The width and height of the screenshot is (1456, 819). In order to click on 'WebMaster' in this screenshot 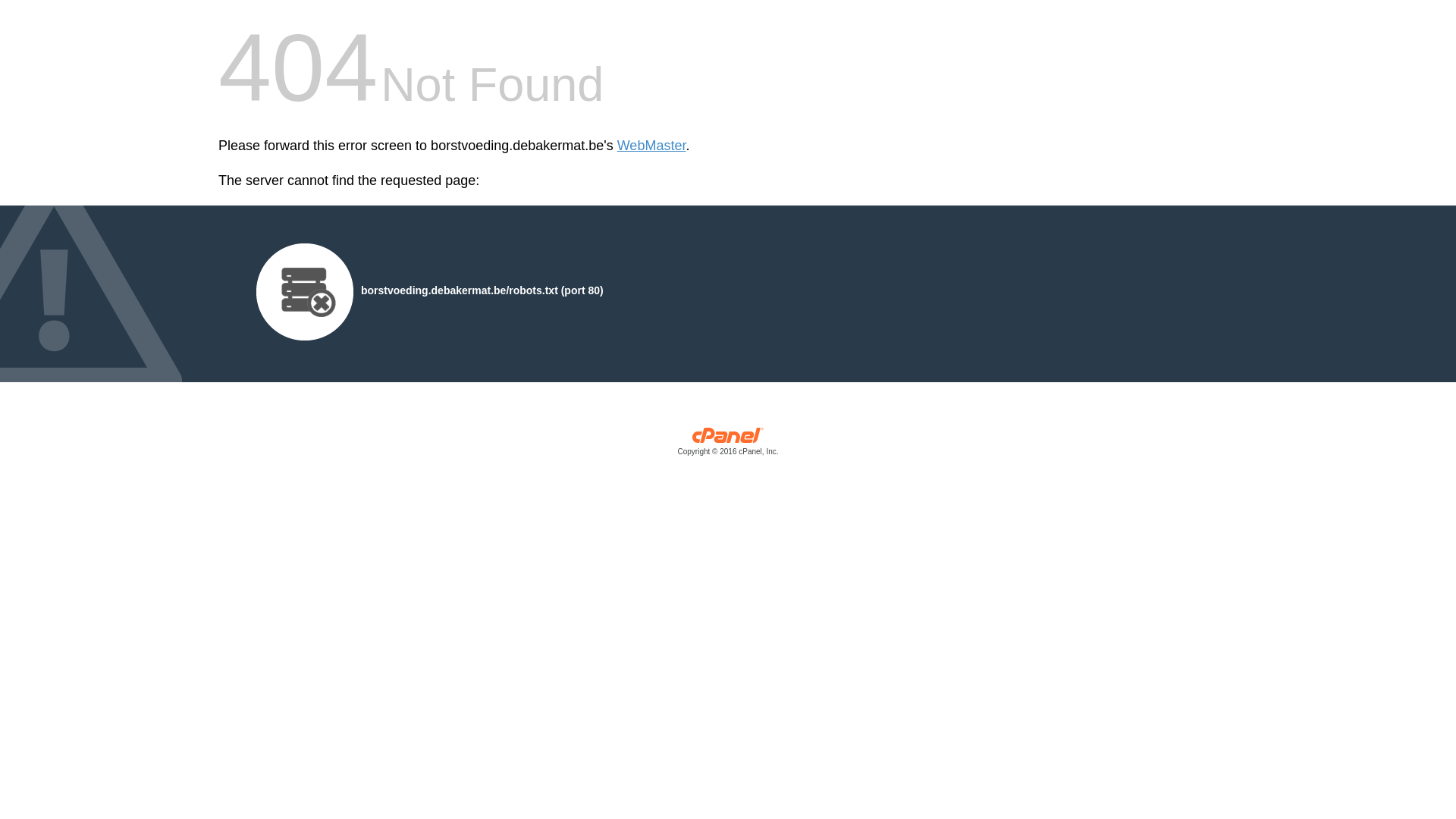, I will do `click(617, 146)`.